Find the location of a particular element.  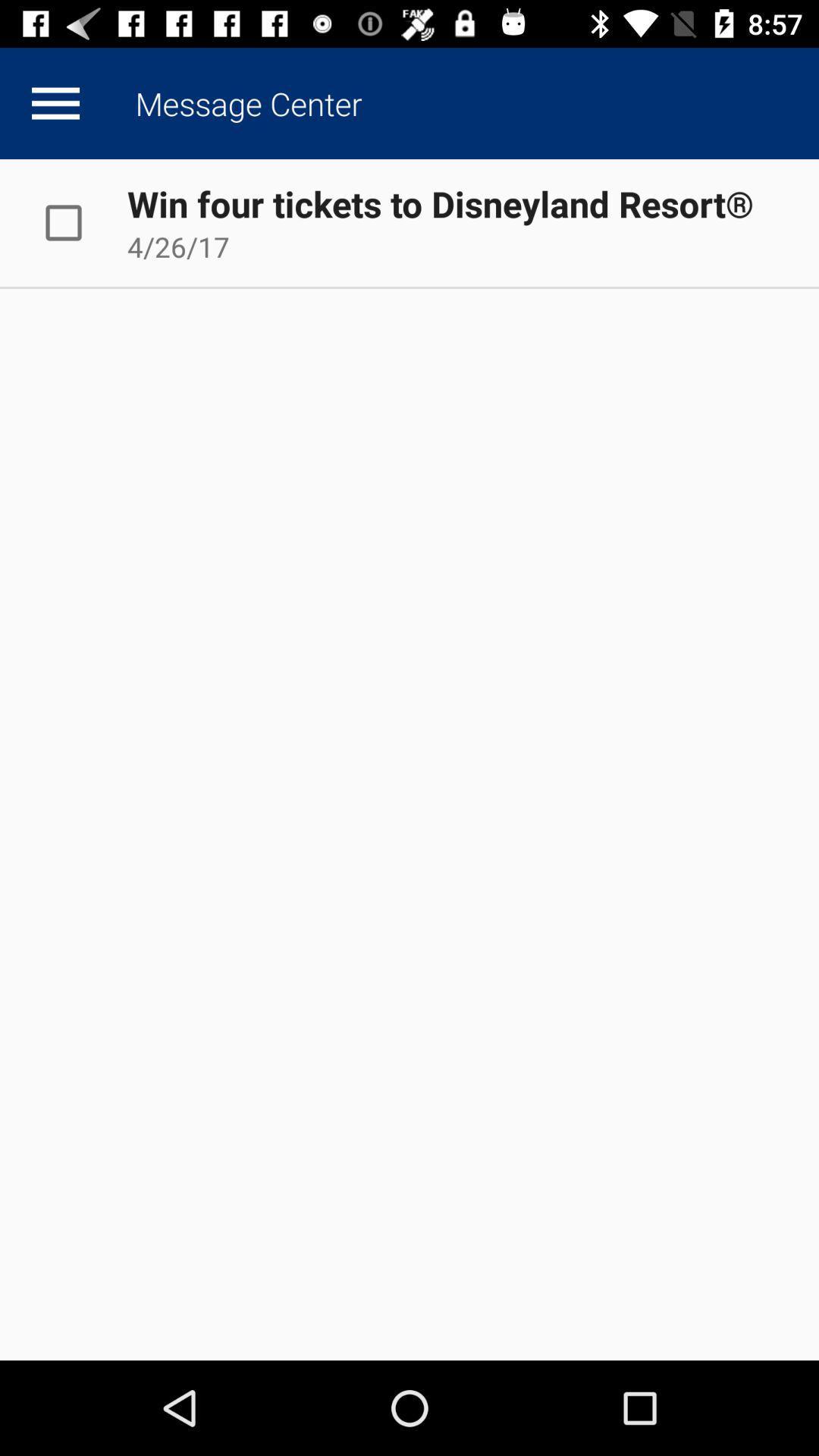

option is located at coordinates (79, 221).